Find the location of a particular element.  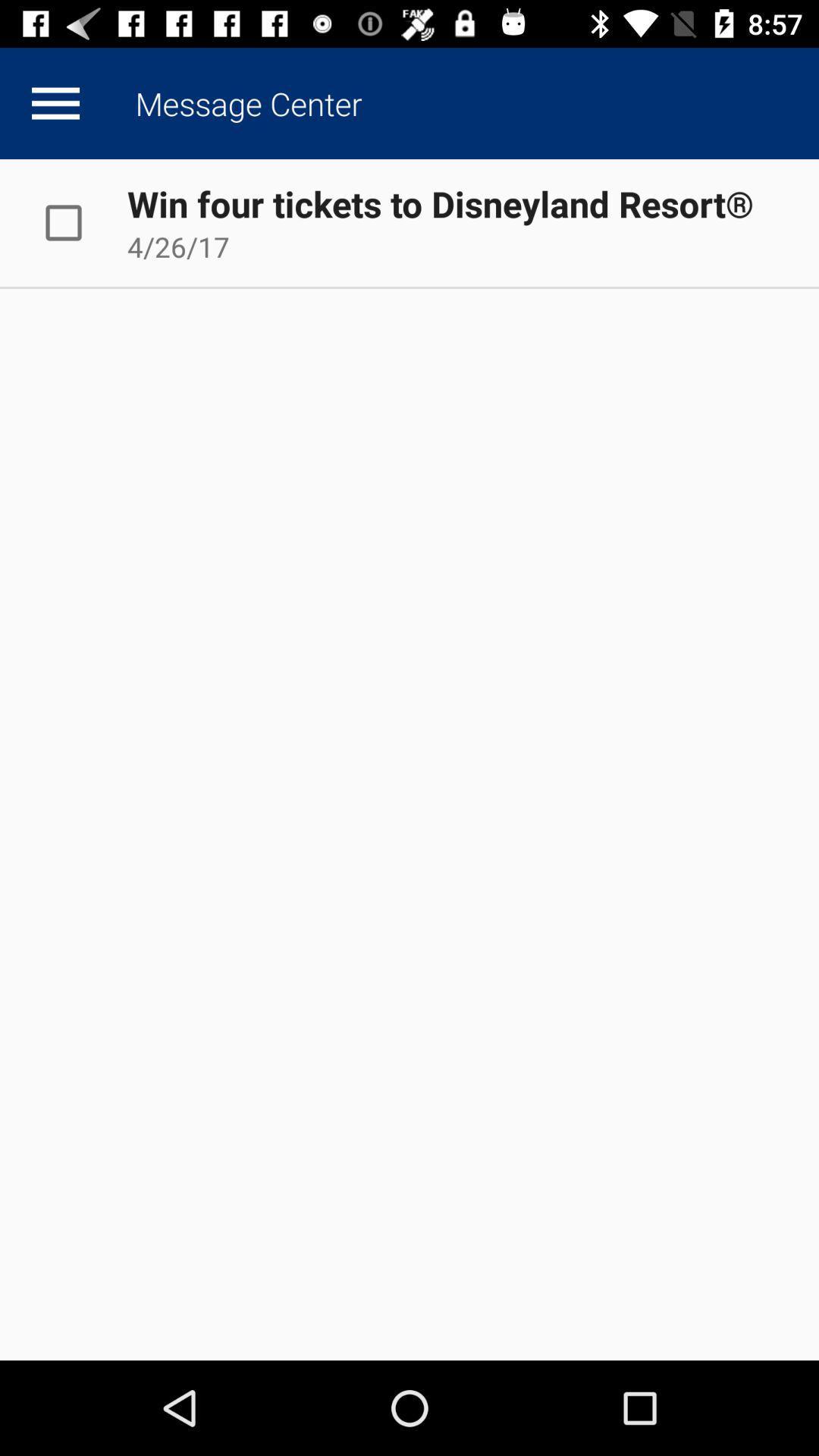

option is located at coordinates (79, 221).